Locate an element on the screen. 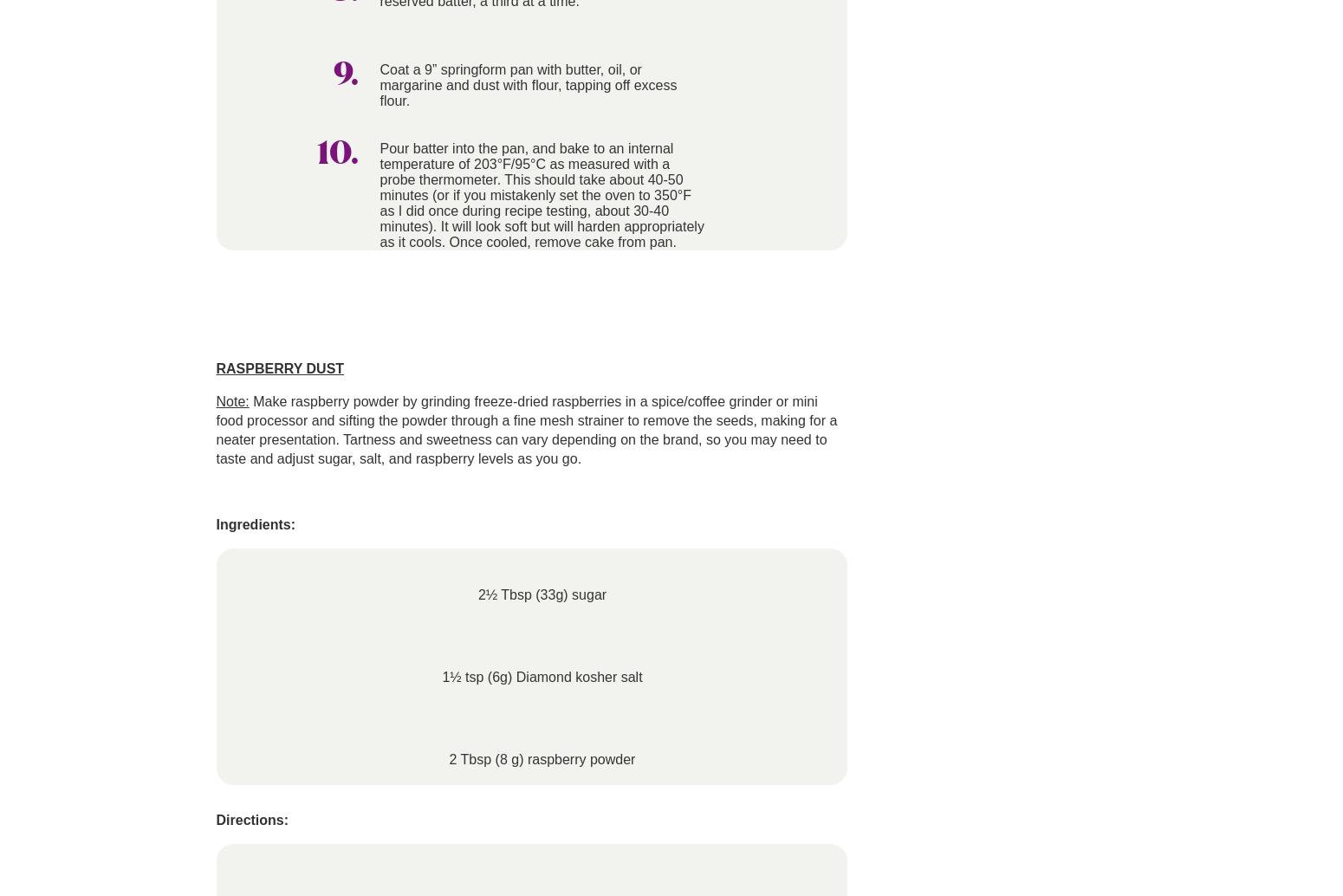 The height and width of the screenshot is (896, 1343). 'Make raspberry powder by grinding freeze-dried raspberries in a spice/coffee grinder or mini food processor and sifting the powder through a fine mesh strainer to remove the seeds, making for a neater presentation. Tartness and sweetness can vary depending on the brand, so you may need to taste and adjust sugar, salt, and raspberry levels as you go.' is located at coordinates (526, 429).